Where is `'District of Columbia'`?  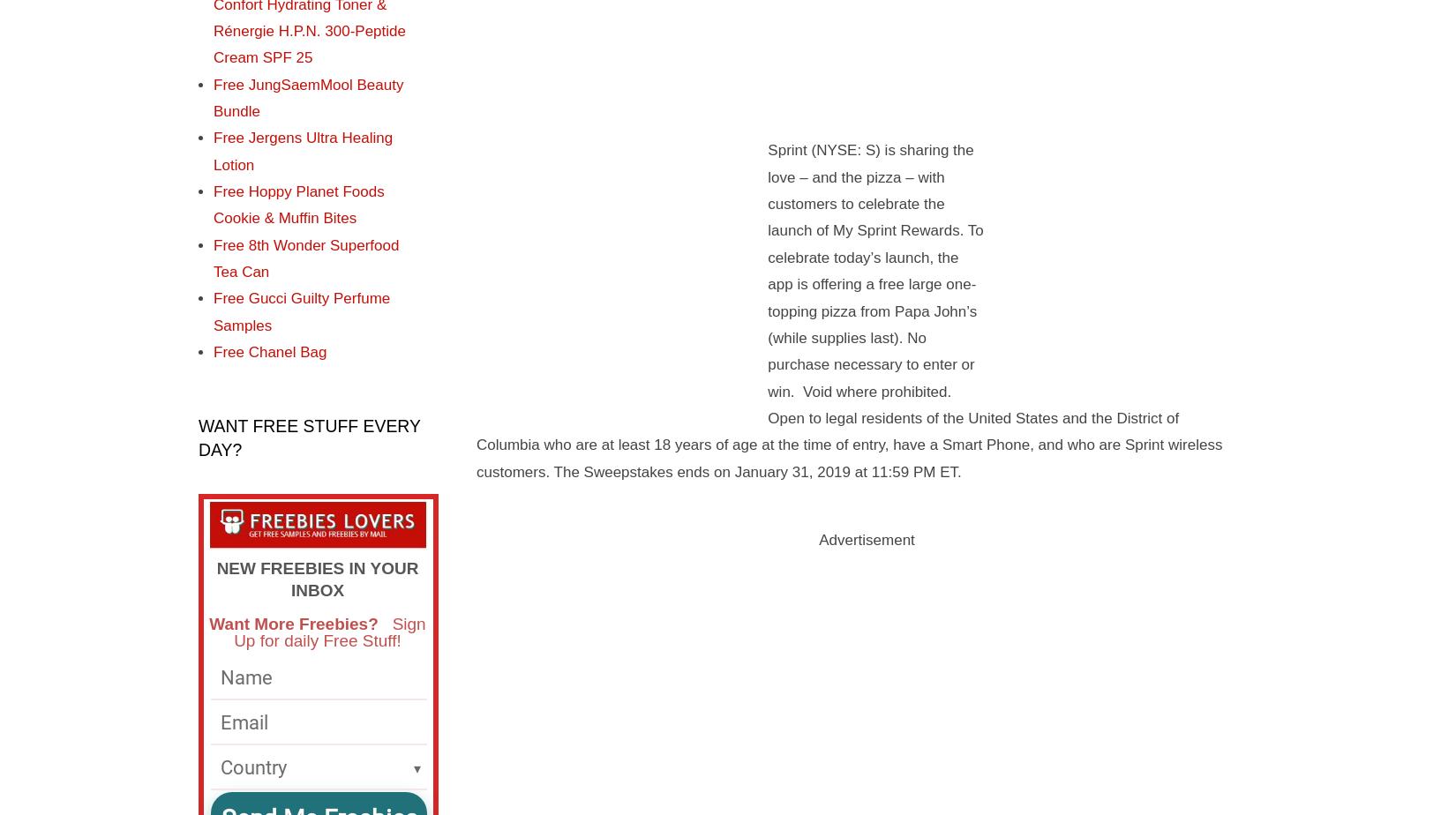
'District of Columbia' is located at coordinates (828, 430).